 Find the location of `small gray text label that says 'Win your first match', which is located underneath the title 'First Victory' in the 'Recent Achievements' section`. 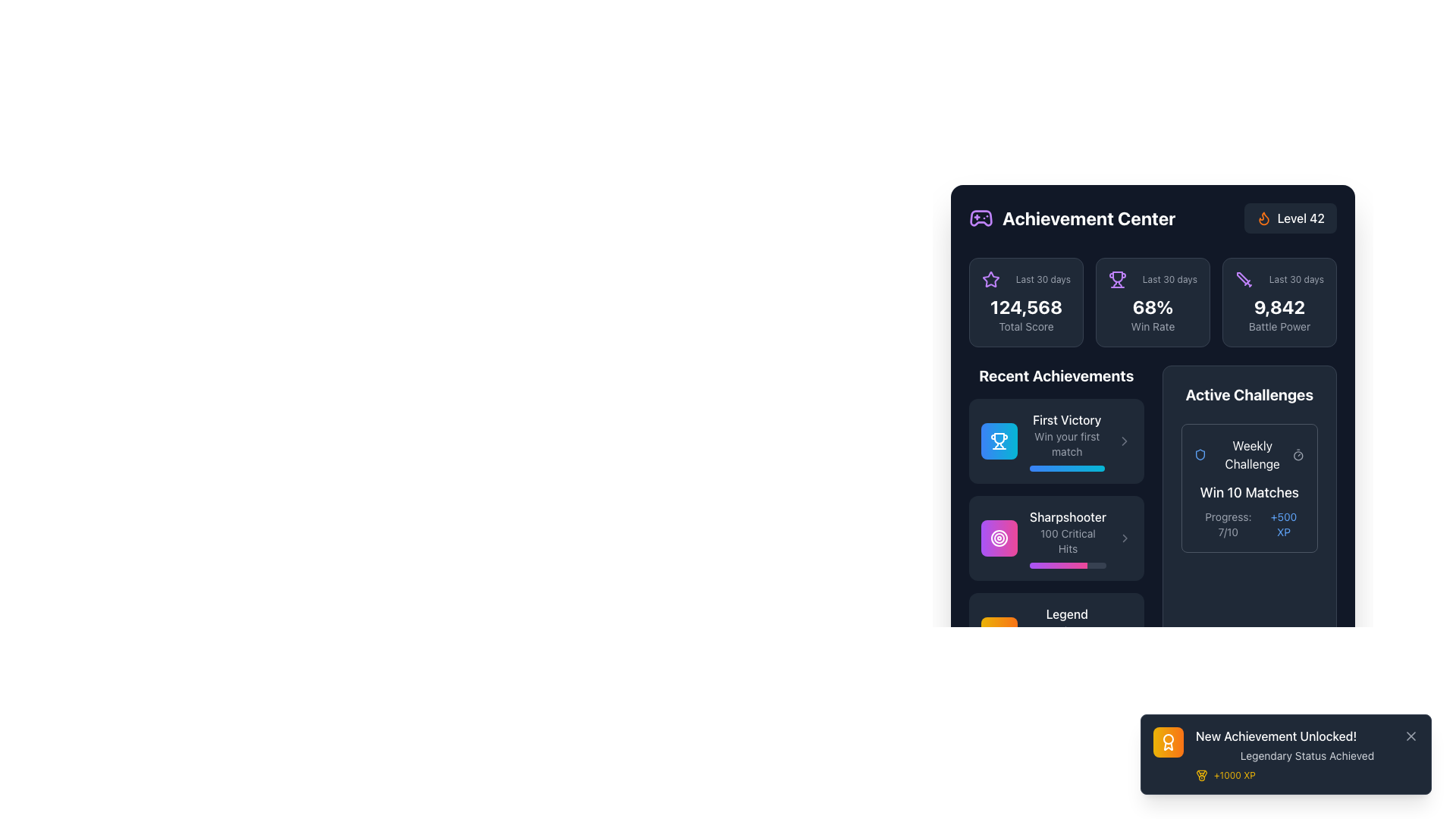

small gray text label that says 'Win your first match', which is located underneath the title 'First Victory' in the 'Recent Achievements' section is located at coordinates (1066, 444).